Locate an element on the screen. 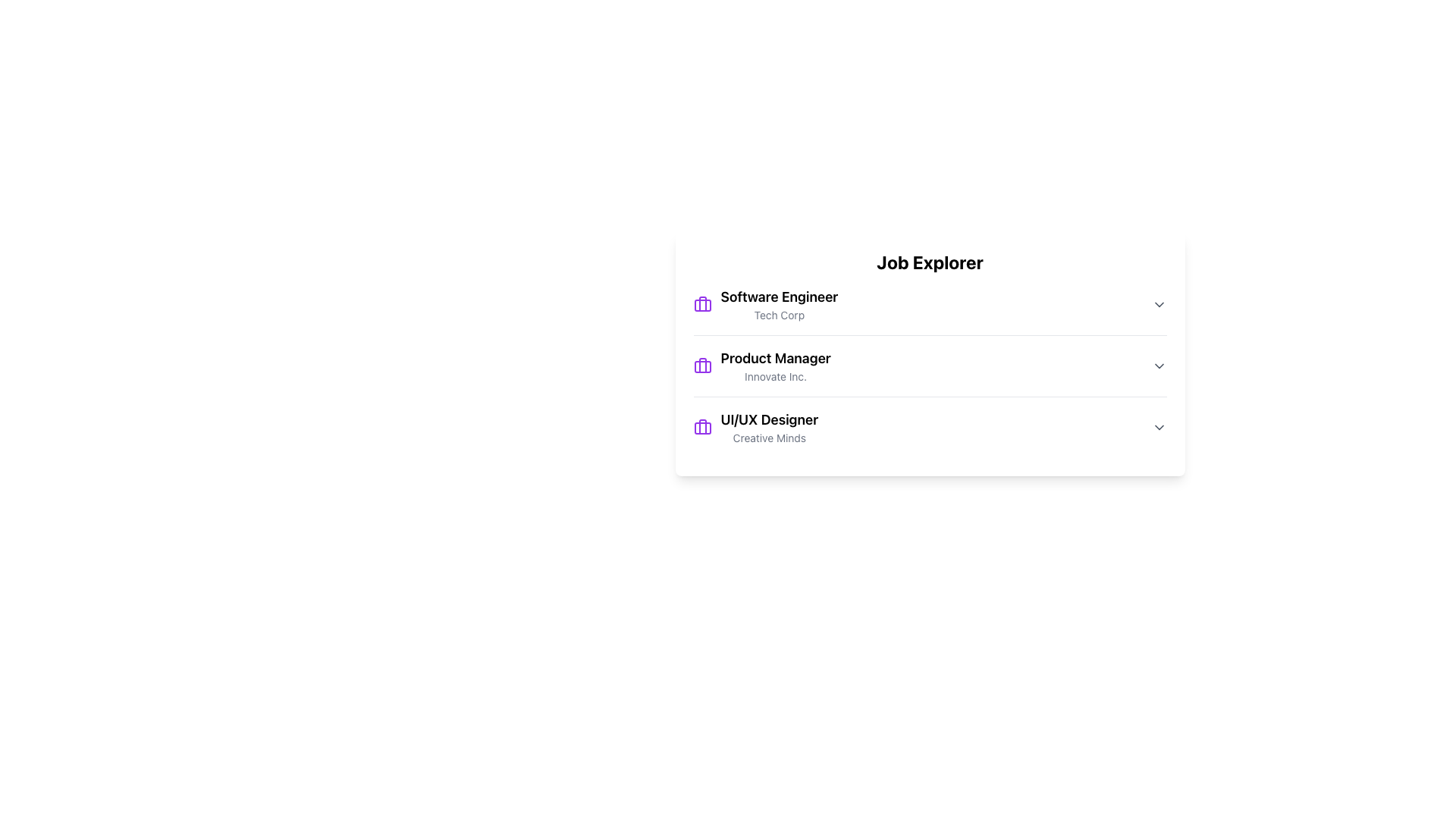 This screenshot has height=819, width=1456. the job listing Content Block that represents a job entry between 'Software Engineer' and 'UI/UX Designer' is located at coordinates (762, 366).